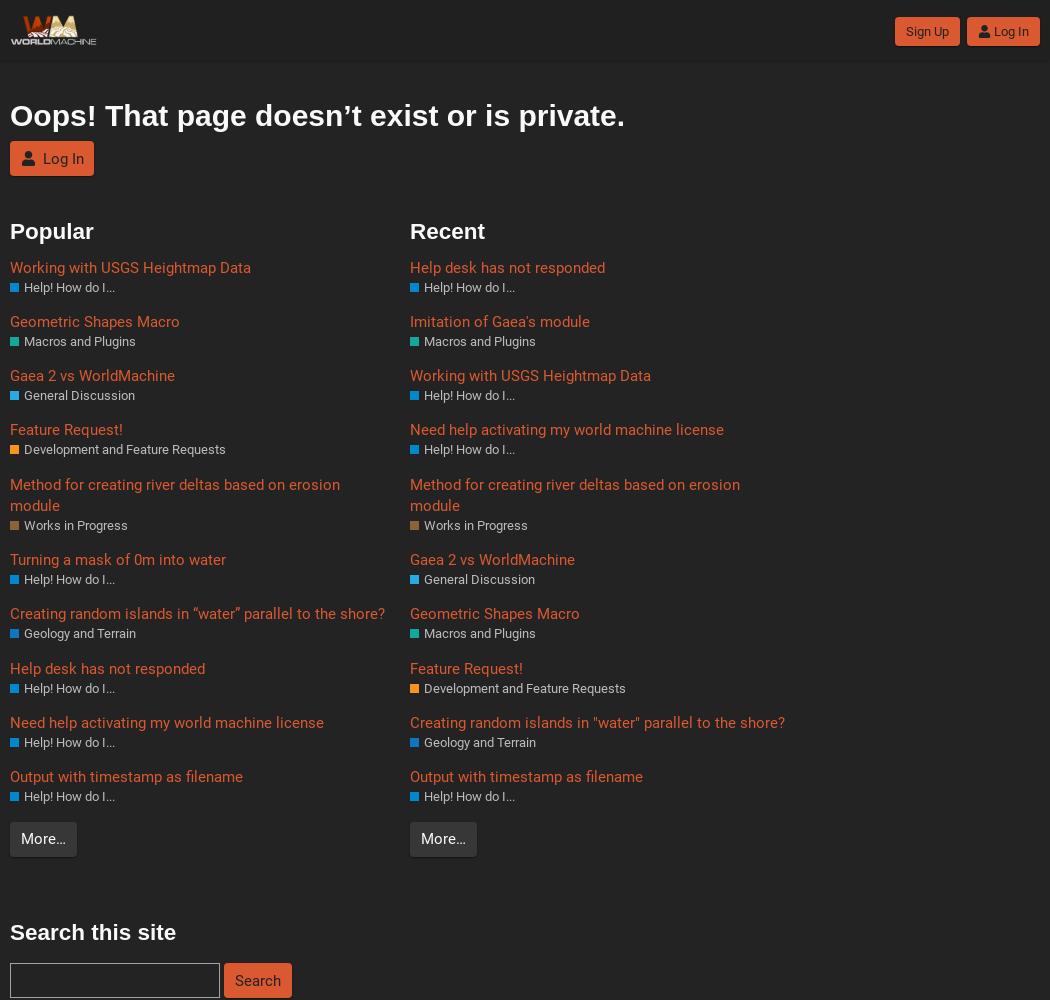  Describe the element at coordinates (904, 31) in the screenshot. I see `'Sign Up'` at that location.